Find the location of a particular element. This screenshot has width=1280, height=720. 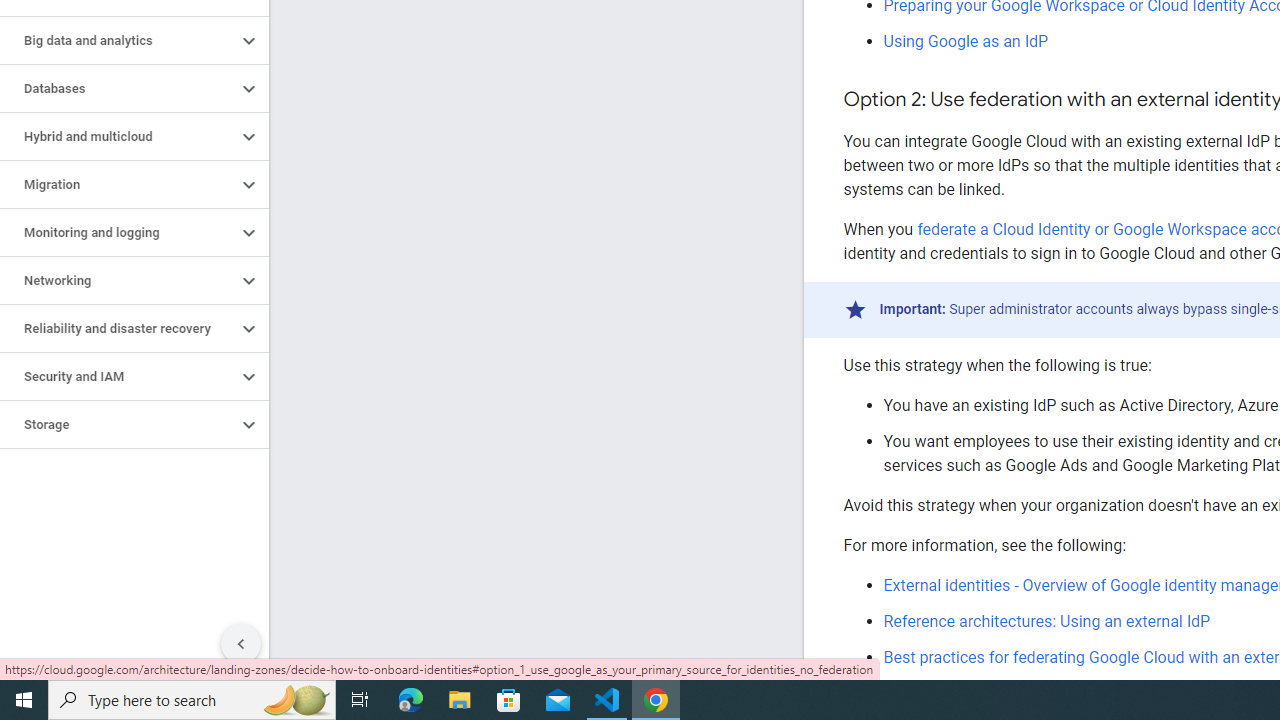

'Networking' is located at coordinates (117, 281).